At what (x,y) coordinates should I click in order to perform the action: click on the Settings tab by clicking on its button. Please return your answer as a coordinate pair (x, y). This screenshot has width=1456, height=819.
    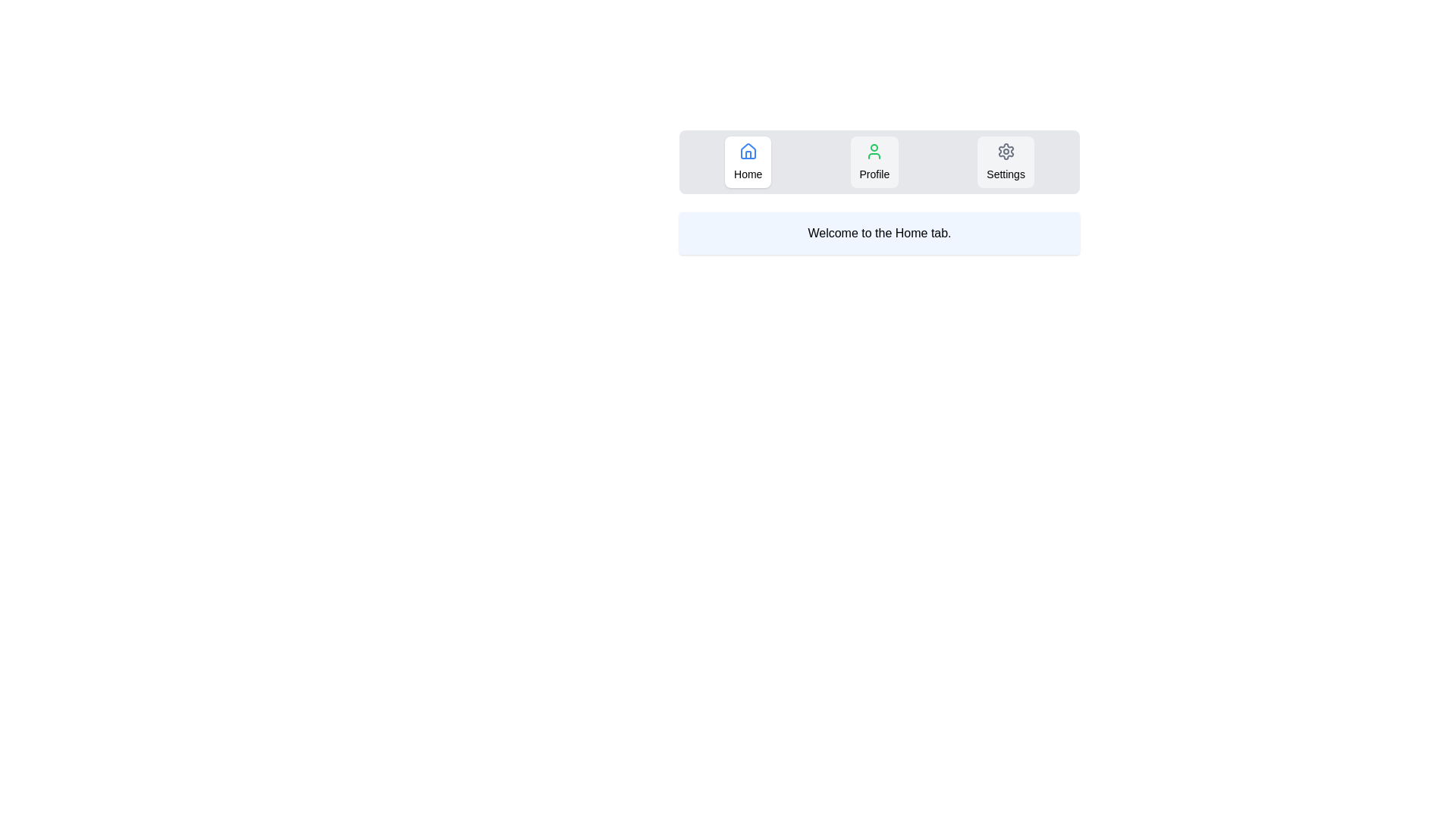
    Looking at the image, I should click on (1006, 162).